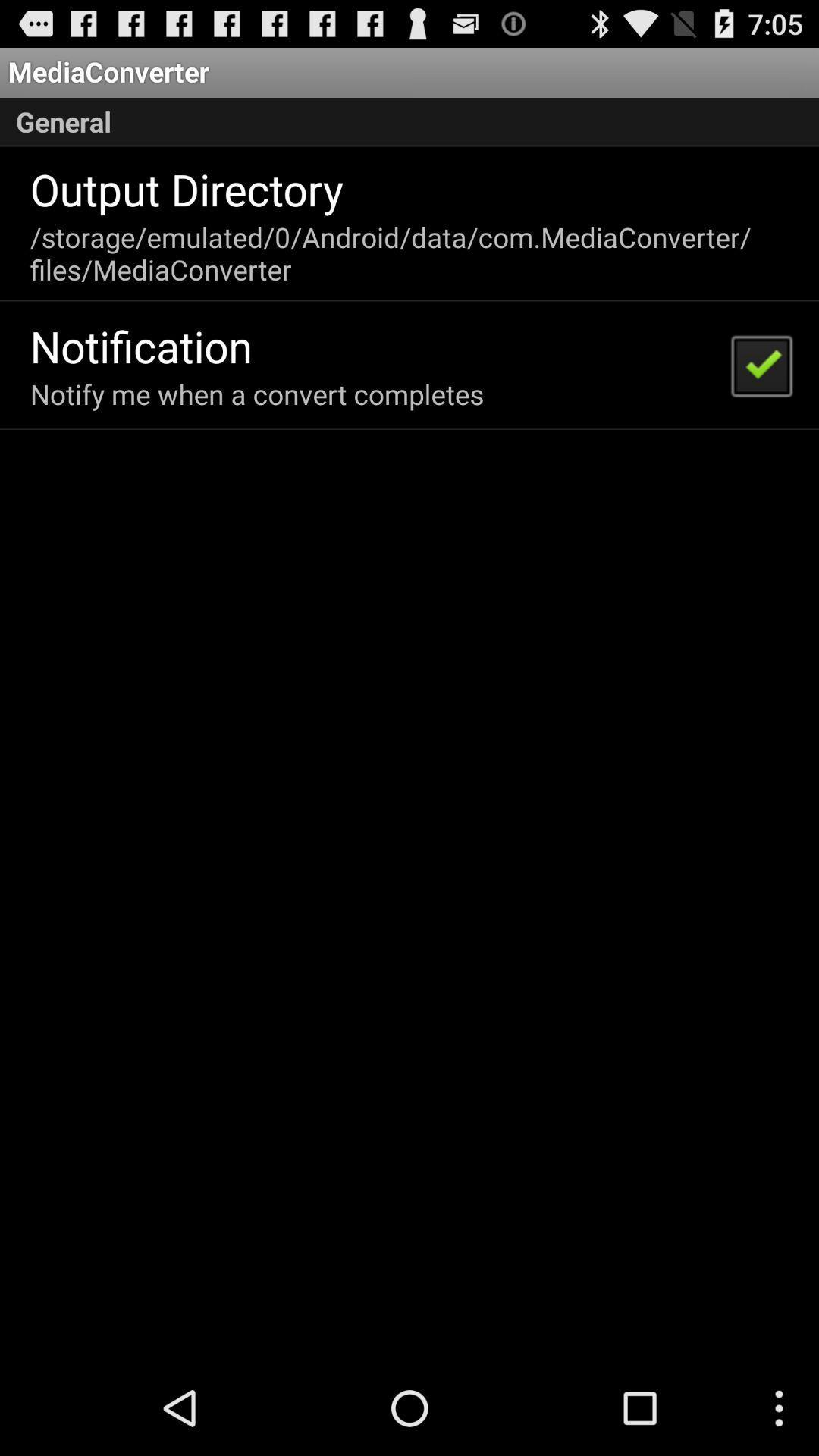  What do you see at coordinates (409, 122) in the screenshot?
I see `item below mediaconverter icon` at bounding box center [409, 122].